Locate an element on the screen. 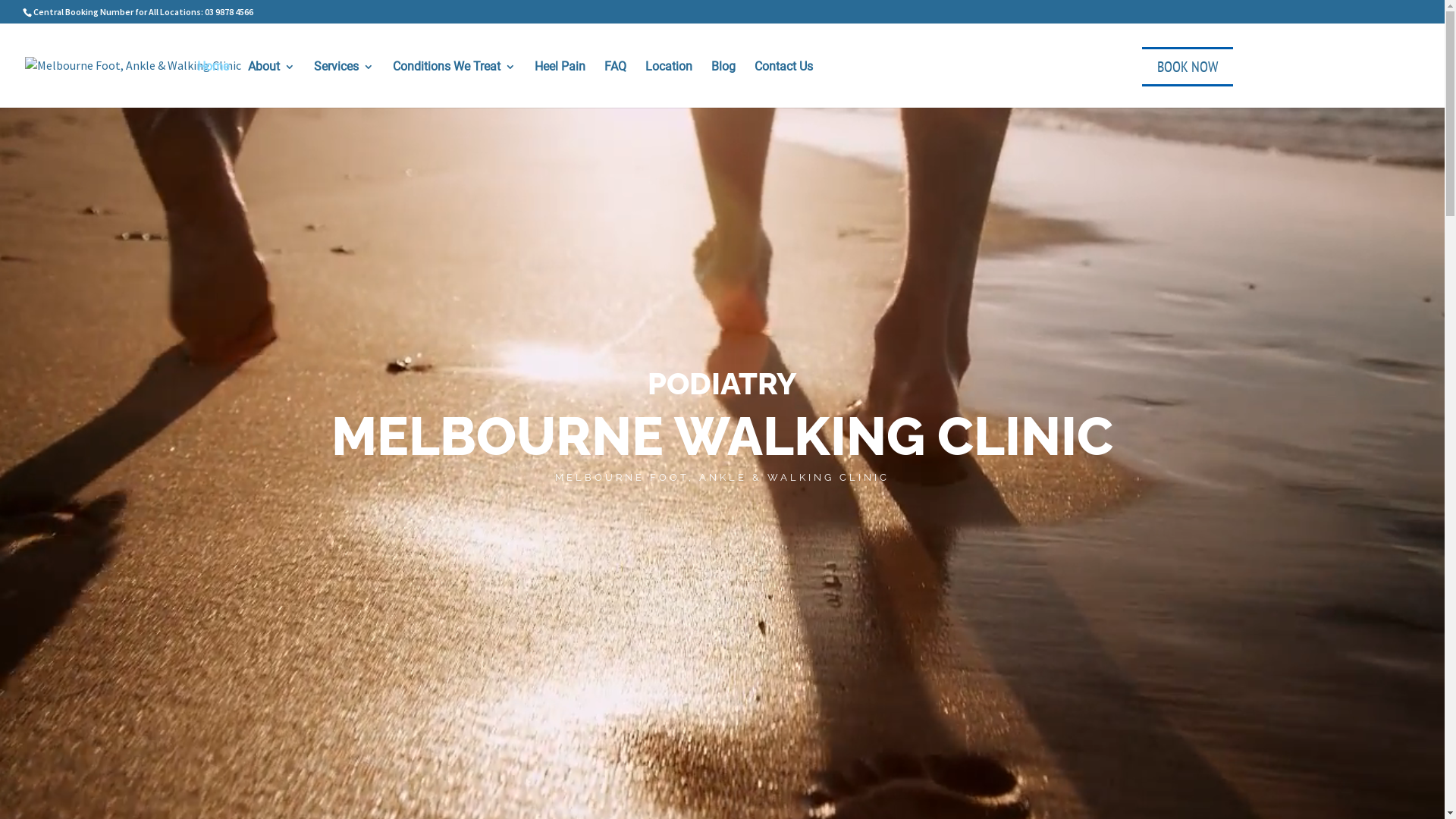 The height and width of the screenshot is (819, 1456). 'Location' is located at coordinates (645, 82).